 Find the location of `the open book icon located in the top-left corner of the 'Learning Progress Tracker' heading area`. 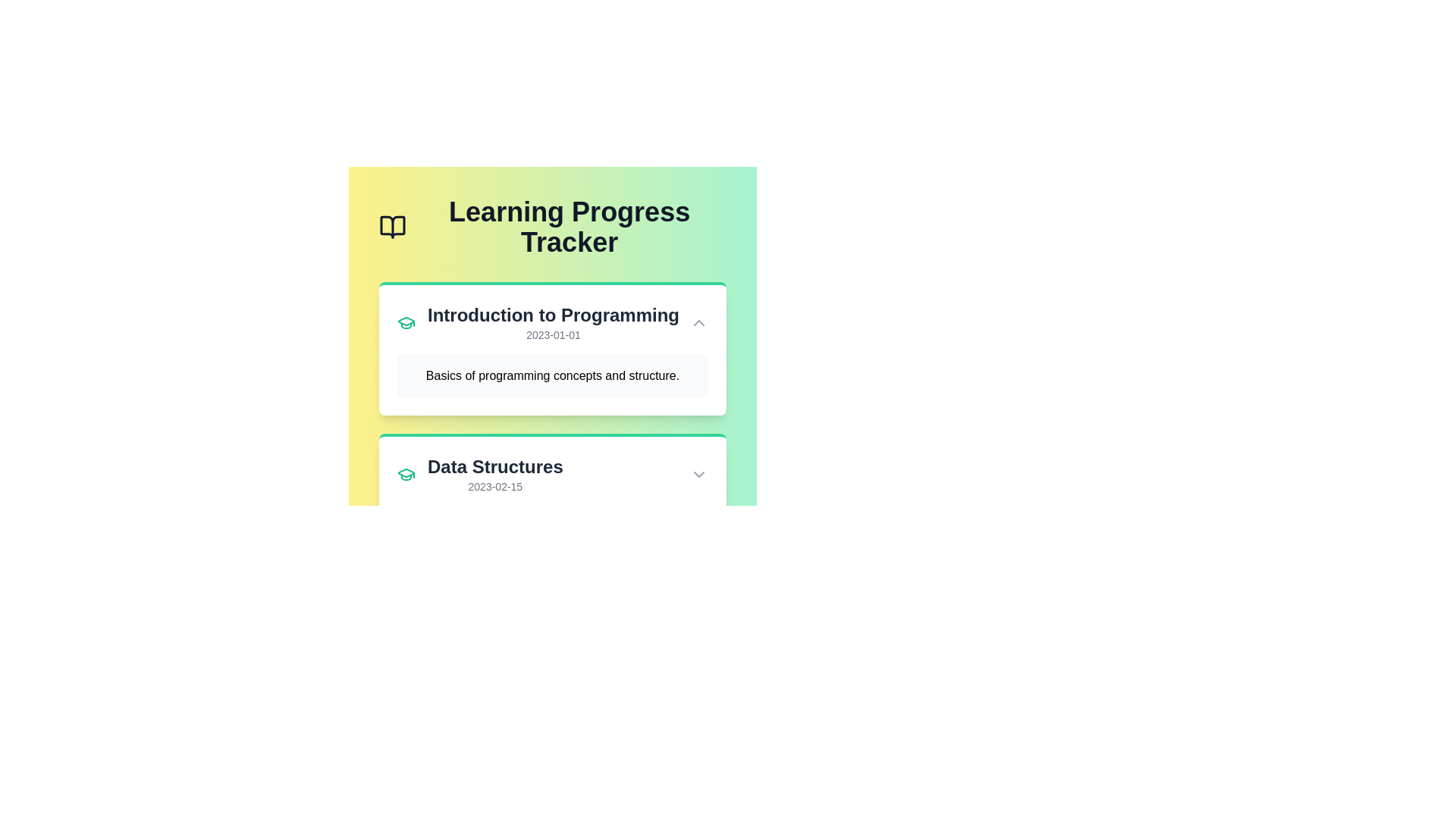

the open book icon located in the top-left corner of the 'Learning Progress Tracker' heading area is located at coordinates (393, 227).